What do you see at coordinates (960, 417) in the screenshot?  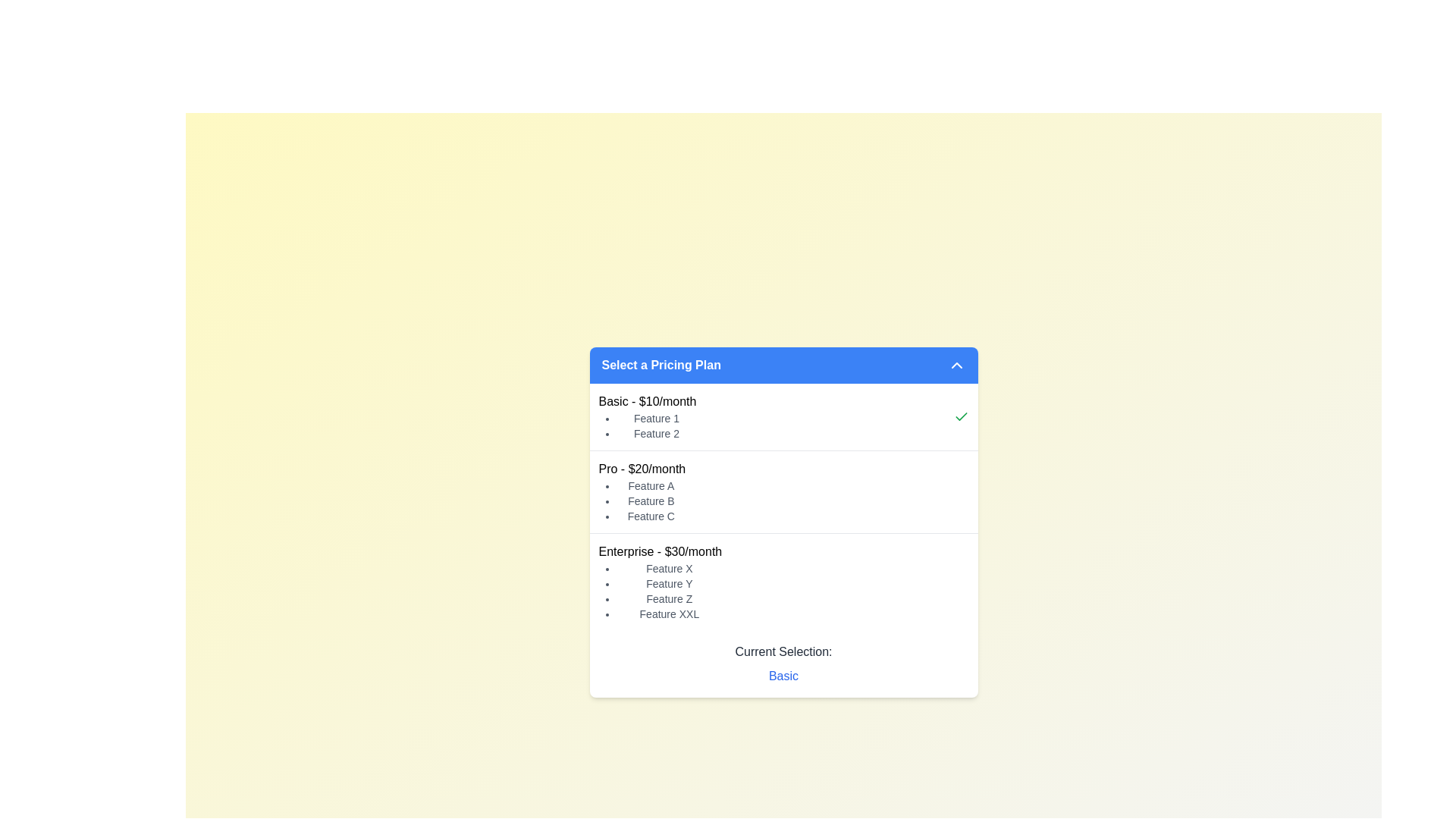 I see `the state of the SVG checkmark icon indicating the selection of the 'Basic' pricing plan, which is located at the right edge of the 'Basic - $10/month' pricing card` at bounding box center [960, 417].